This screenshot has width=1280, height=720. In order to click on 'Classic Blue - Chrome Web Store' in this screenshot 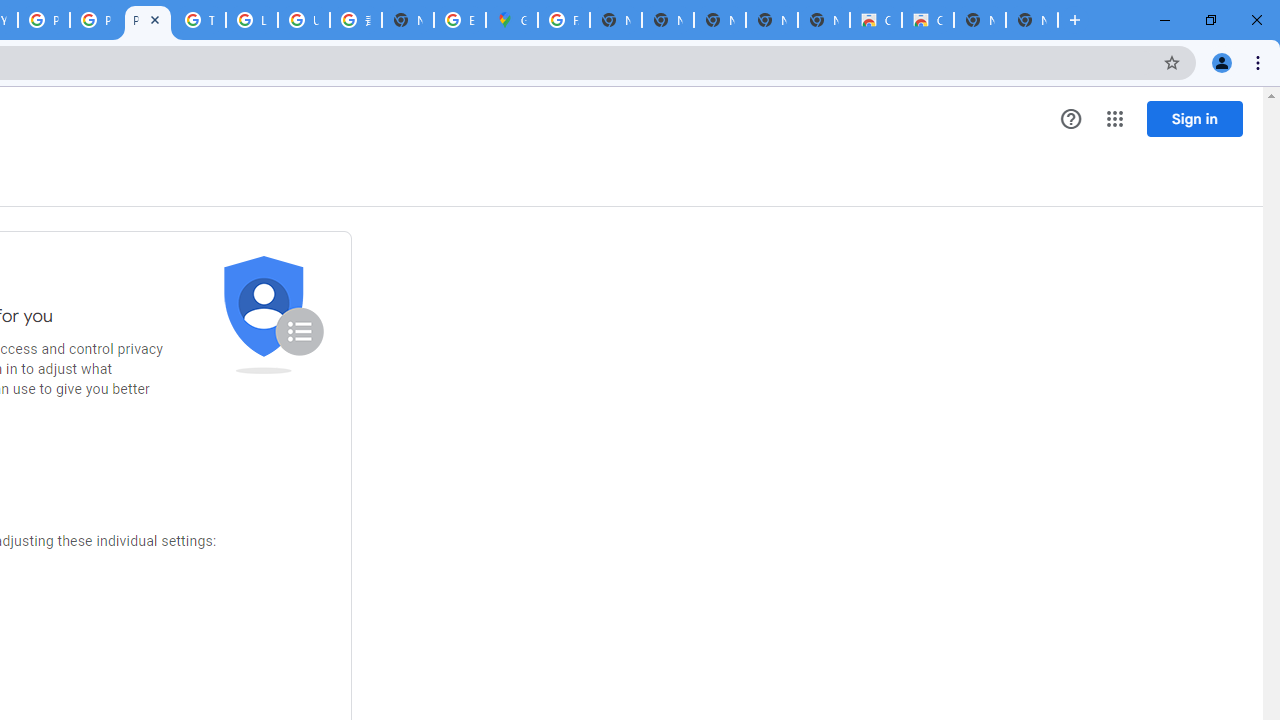, I will do `click(927, 20)`.